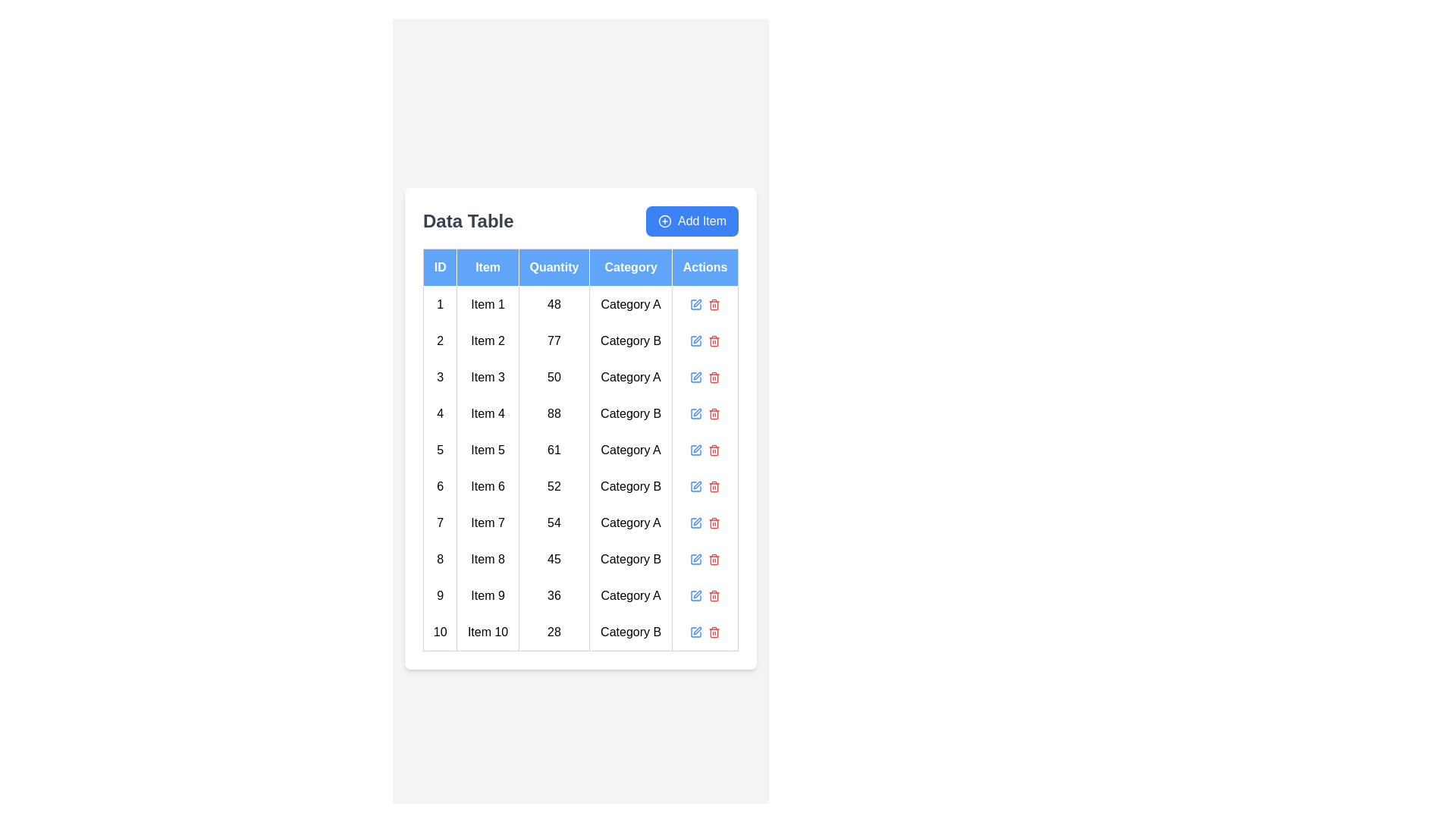 This screenshot has height=819, width=1456. Describe the element at coordinates (714, 449) in the screenshot. I see `the trashcan icon button in the 'Actions' column of the fifth row` at that location.